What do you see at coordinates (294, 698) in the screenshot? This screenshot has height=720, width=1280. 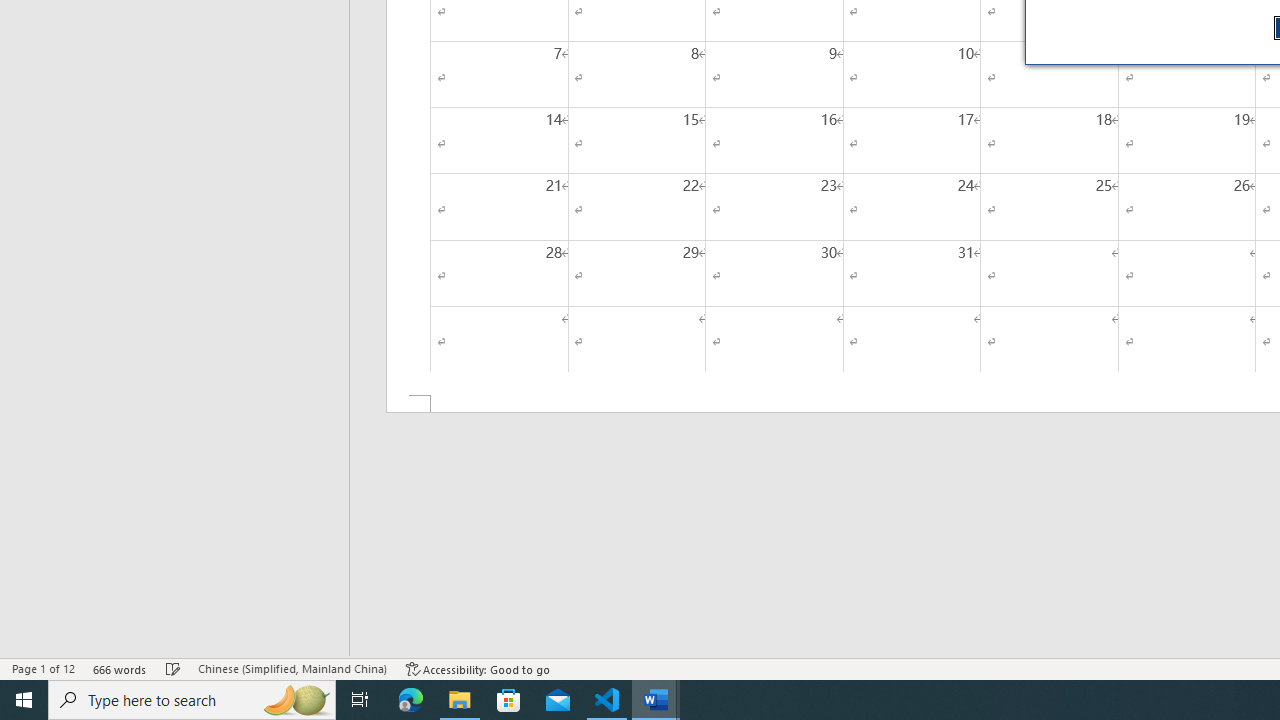 I see `'Search highlights icon opens search home window'` at bounding box center [294, 698].